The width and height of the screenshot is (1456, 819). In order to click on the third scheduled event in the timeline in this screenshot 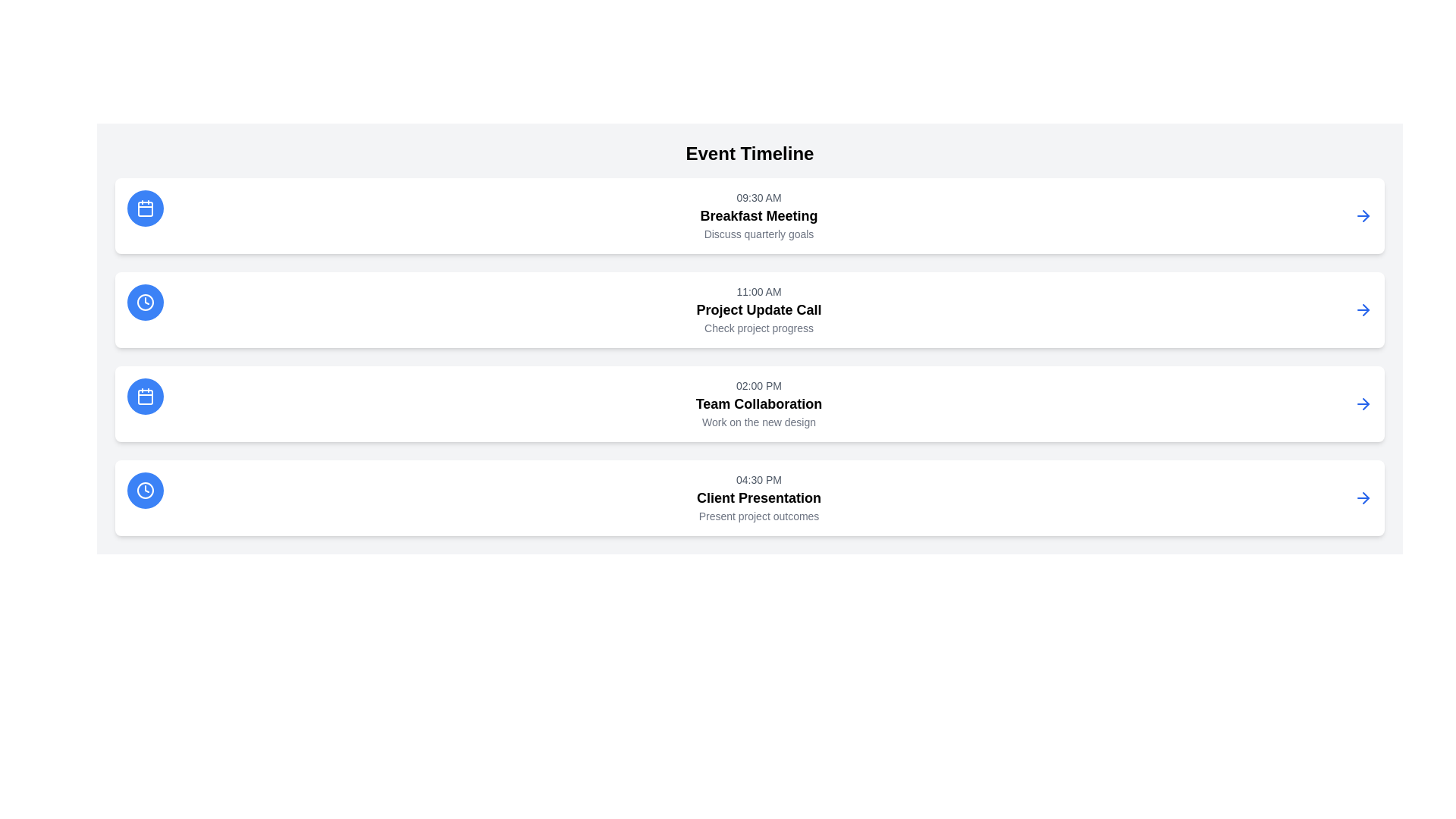, I will do `click(759, 403)`.